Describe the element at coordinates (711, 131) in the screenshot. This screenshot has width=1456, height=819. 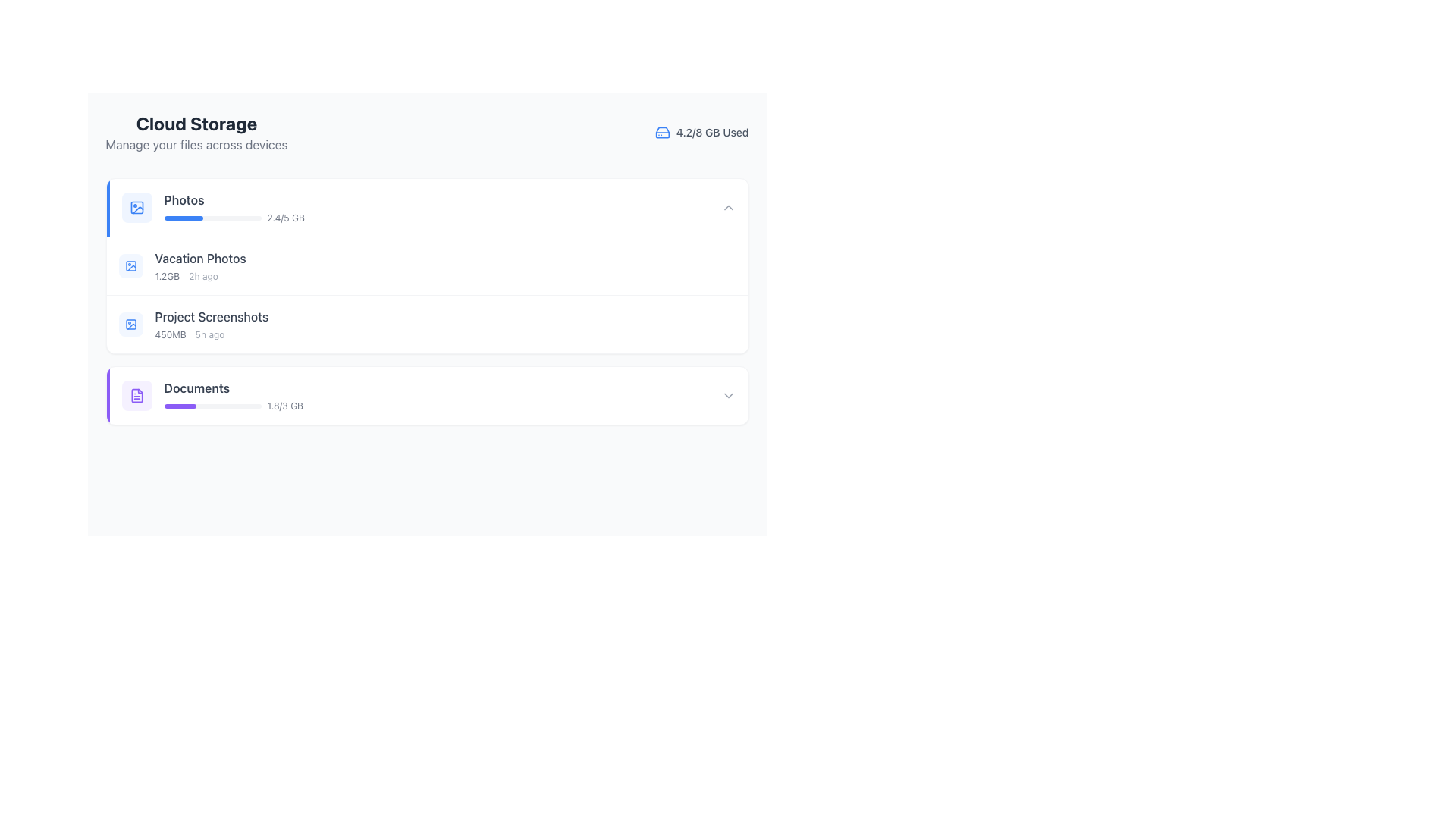
I see `the text label displaying '4.2/8 GB Used', which is located beside a blue hard drive icon in the top-right corner of the interface` at that location.